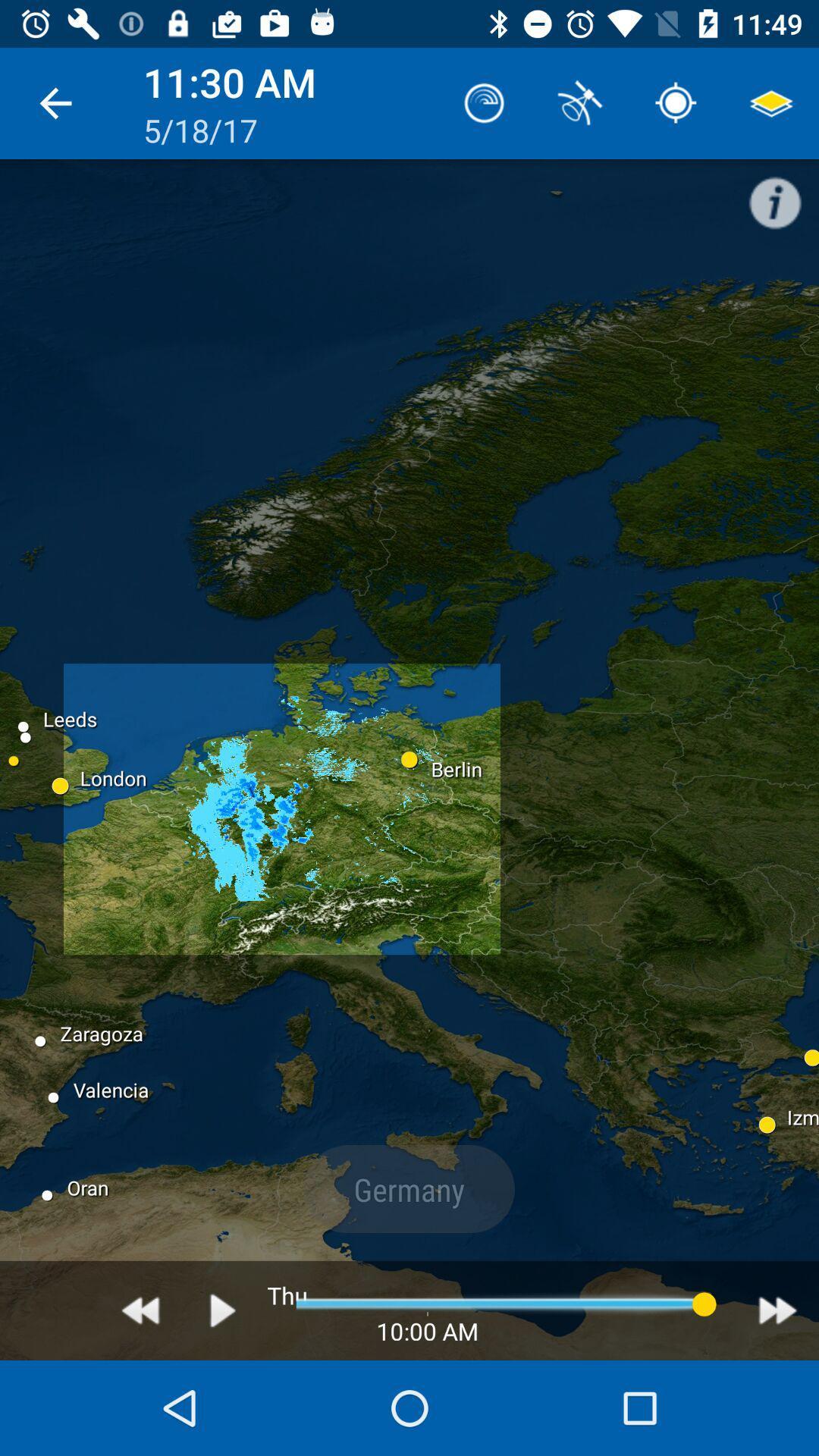  Describe the element at coordinates (55, 102) in the screenshot. I see `item to the left of 11:30 am icon` at that location.